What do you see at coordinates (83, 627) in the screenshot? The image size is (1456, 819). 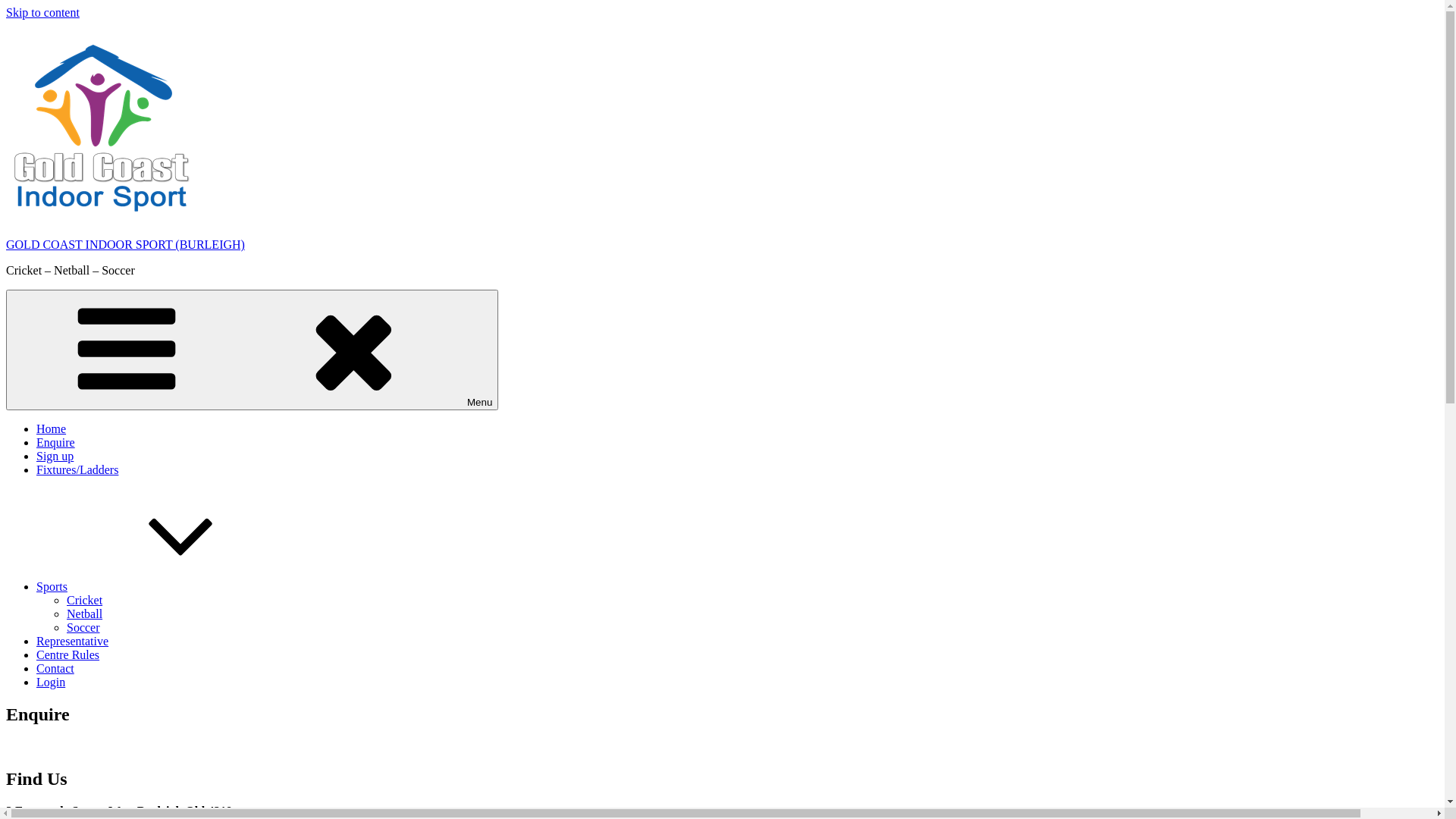 I see `'Soccer'` at bounding box center [83, 627].